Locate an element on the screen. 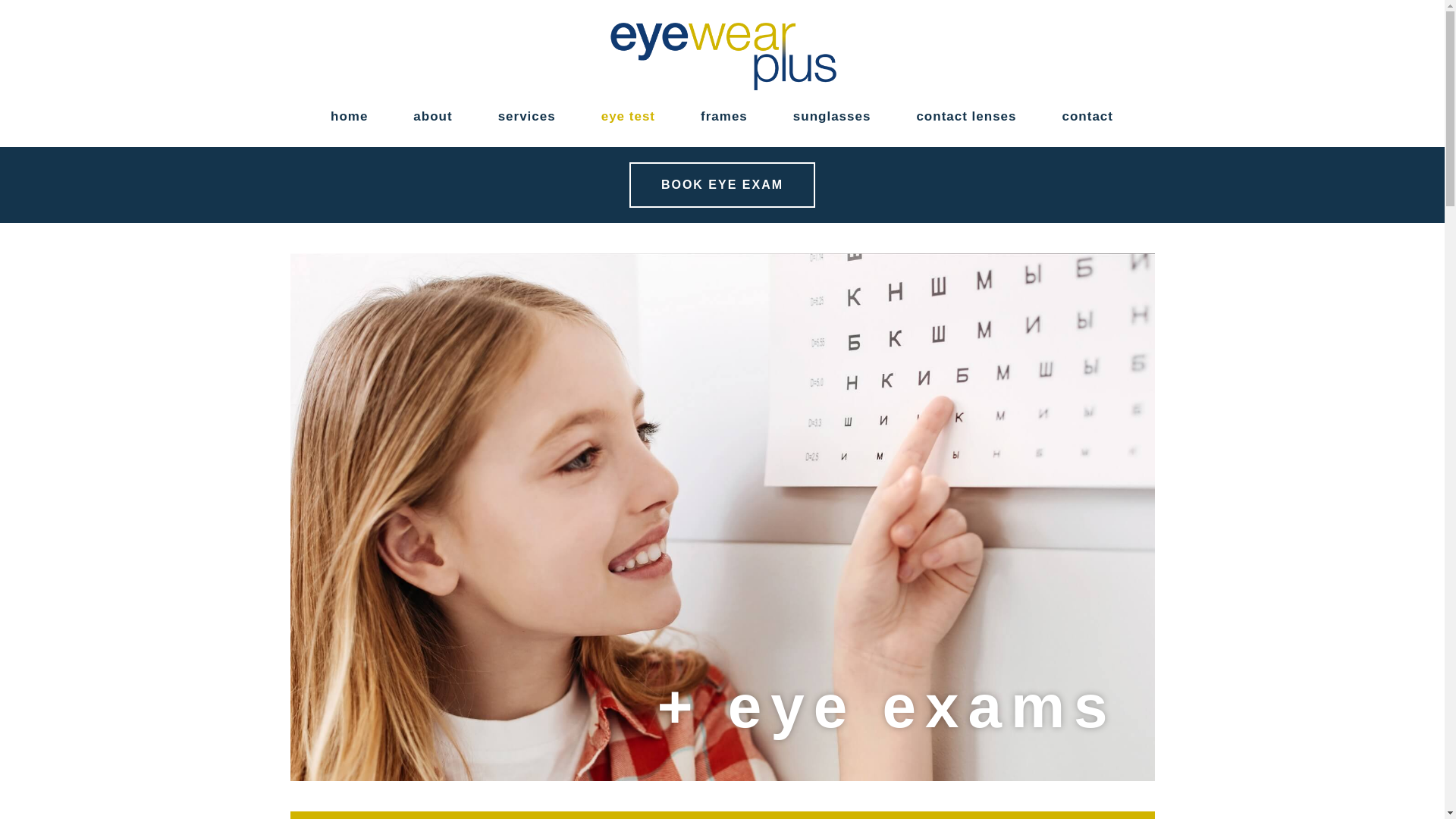 This screenshot has height=819, width=1456. 'contact' is located at coordinates (1087, 116).